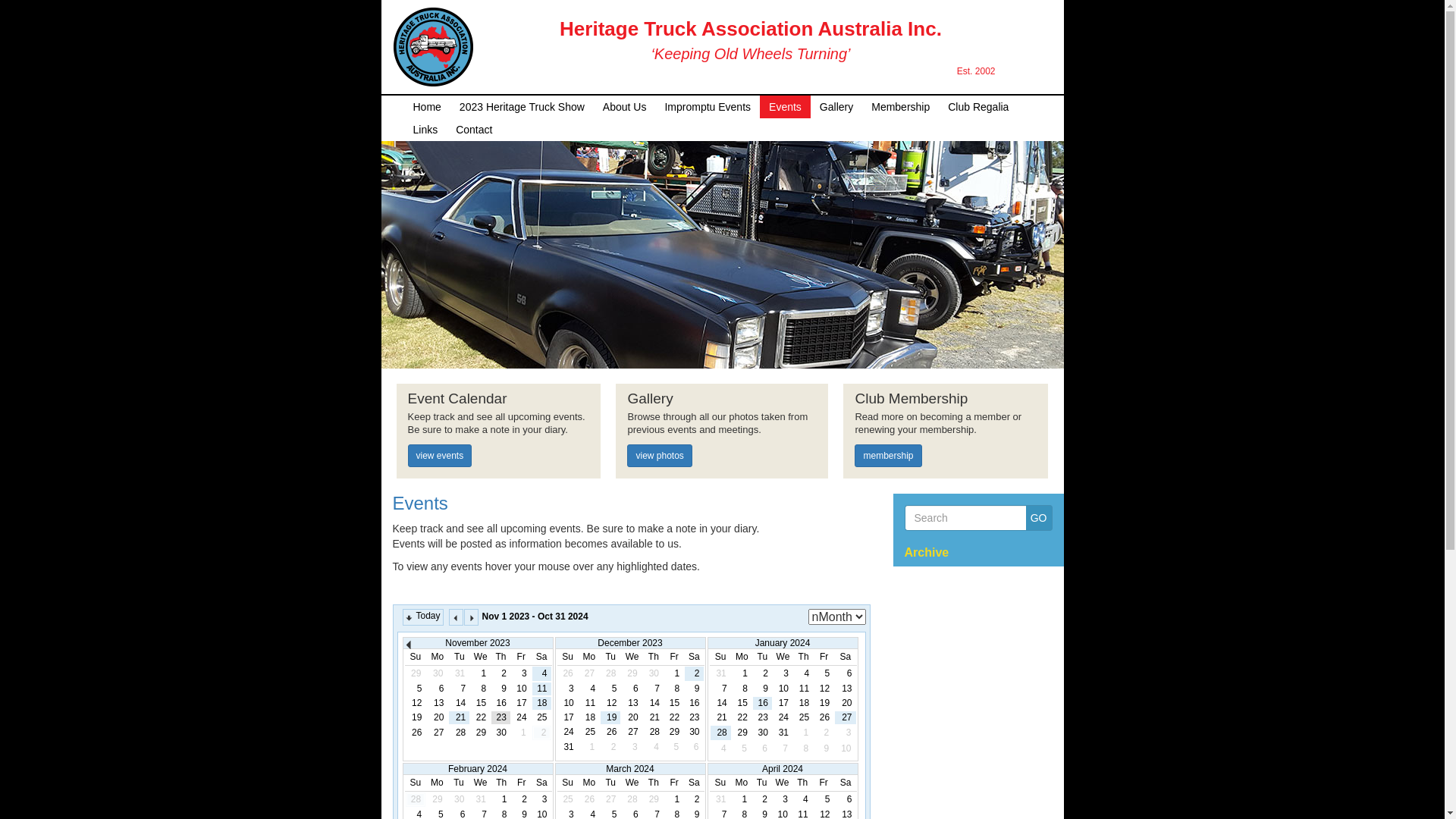  Describe the element at coordinates (472, 128) in the screenshot. I see `'Contact'` at that location.